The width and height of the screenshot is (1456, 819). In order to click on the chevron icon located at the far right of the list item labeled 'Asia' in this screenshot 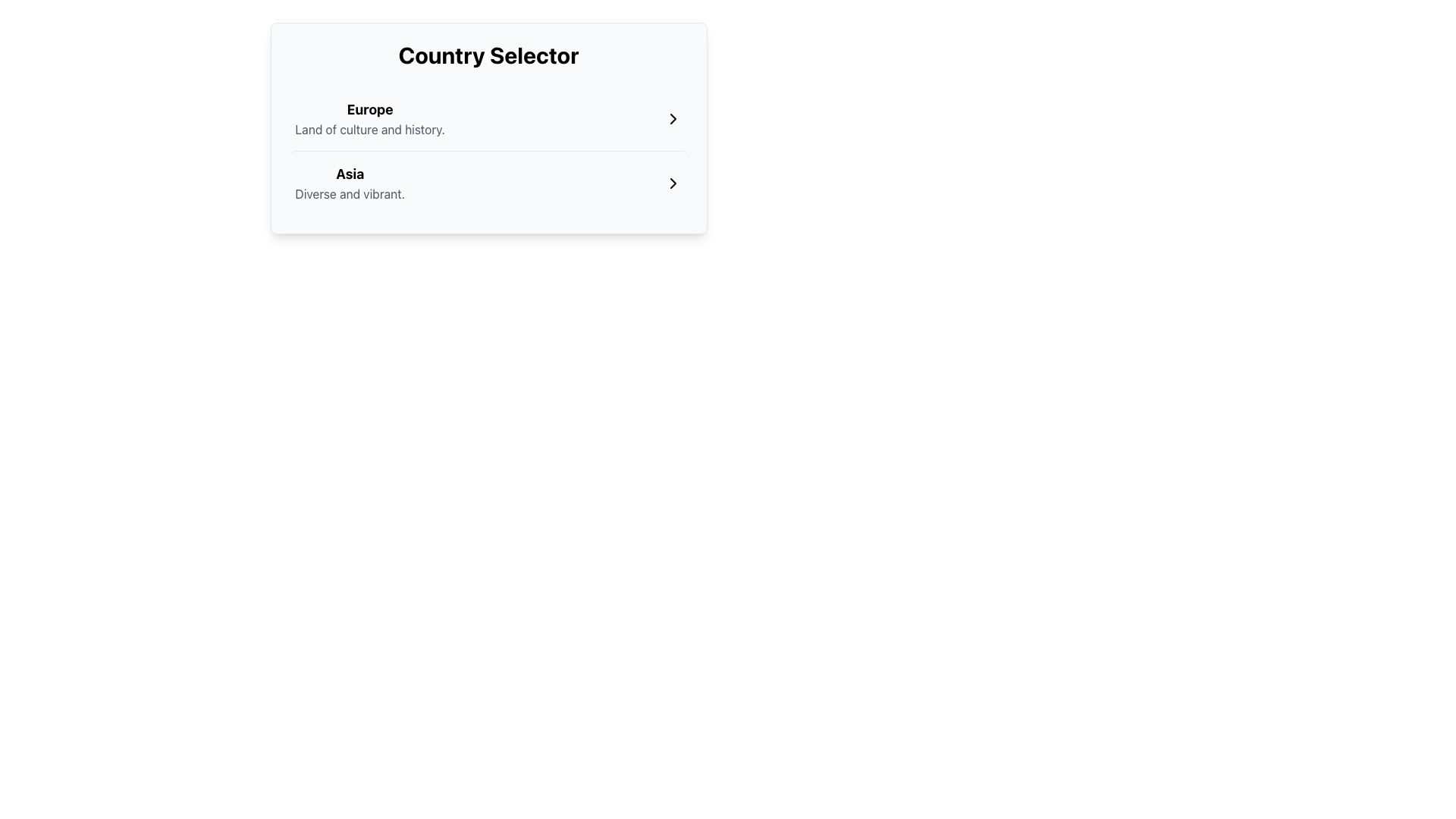, I will do `click(672, 183)`.